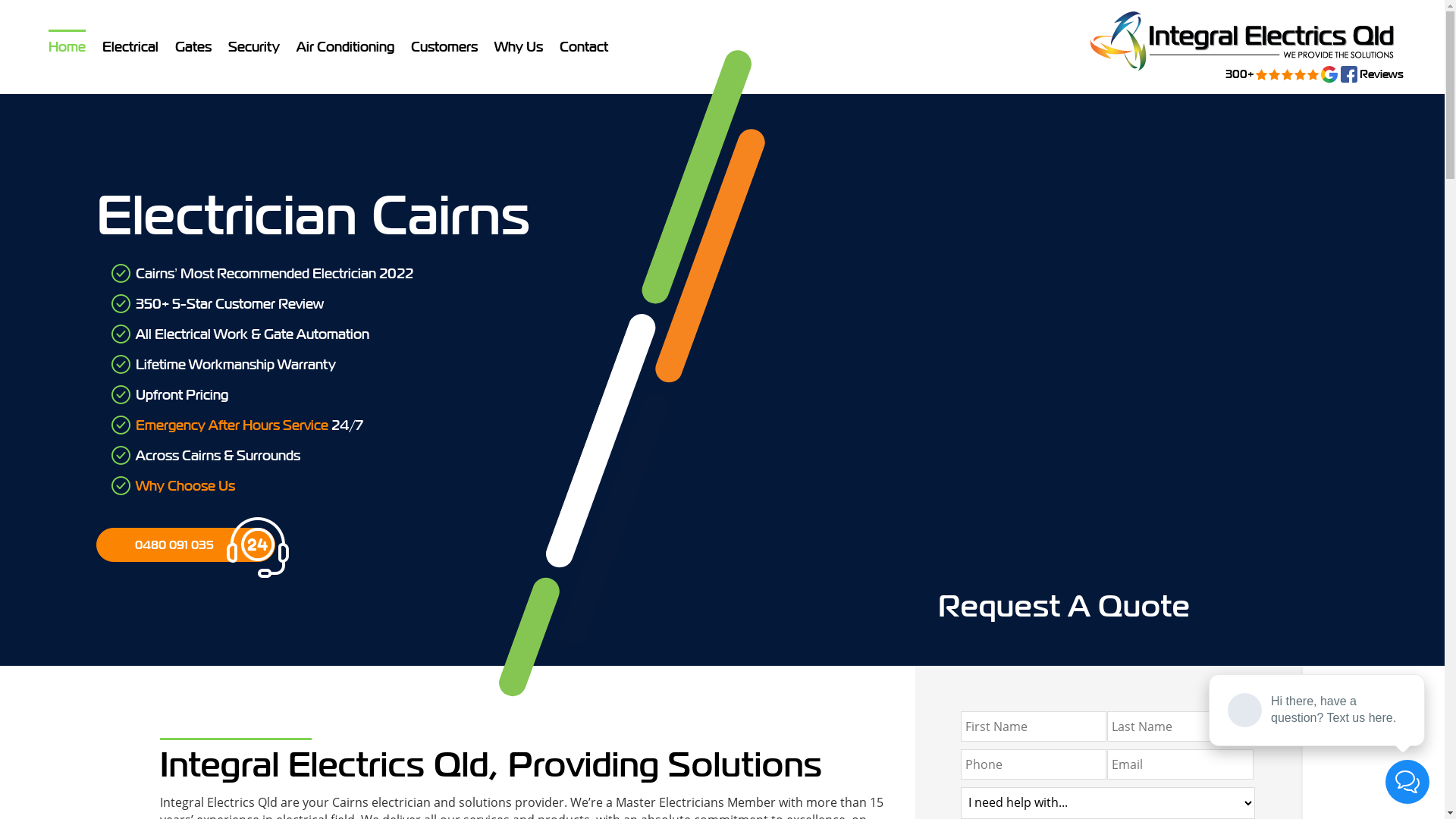 Image resolution: width=1456 pixels, height=819 pixels. What do you see at coordinates (184, 544) in the screenshot?
I see `'0480 091 035'` at bounding box center [184, 544].